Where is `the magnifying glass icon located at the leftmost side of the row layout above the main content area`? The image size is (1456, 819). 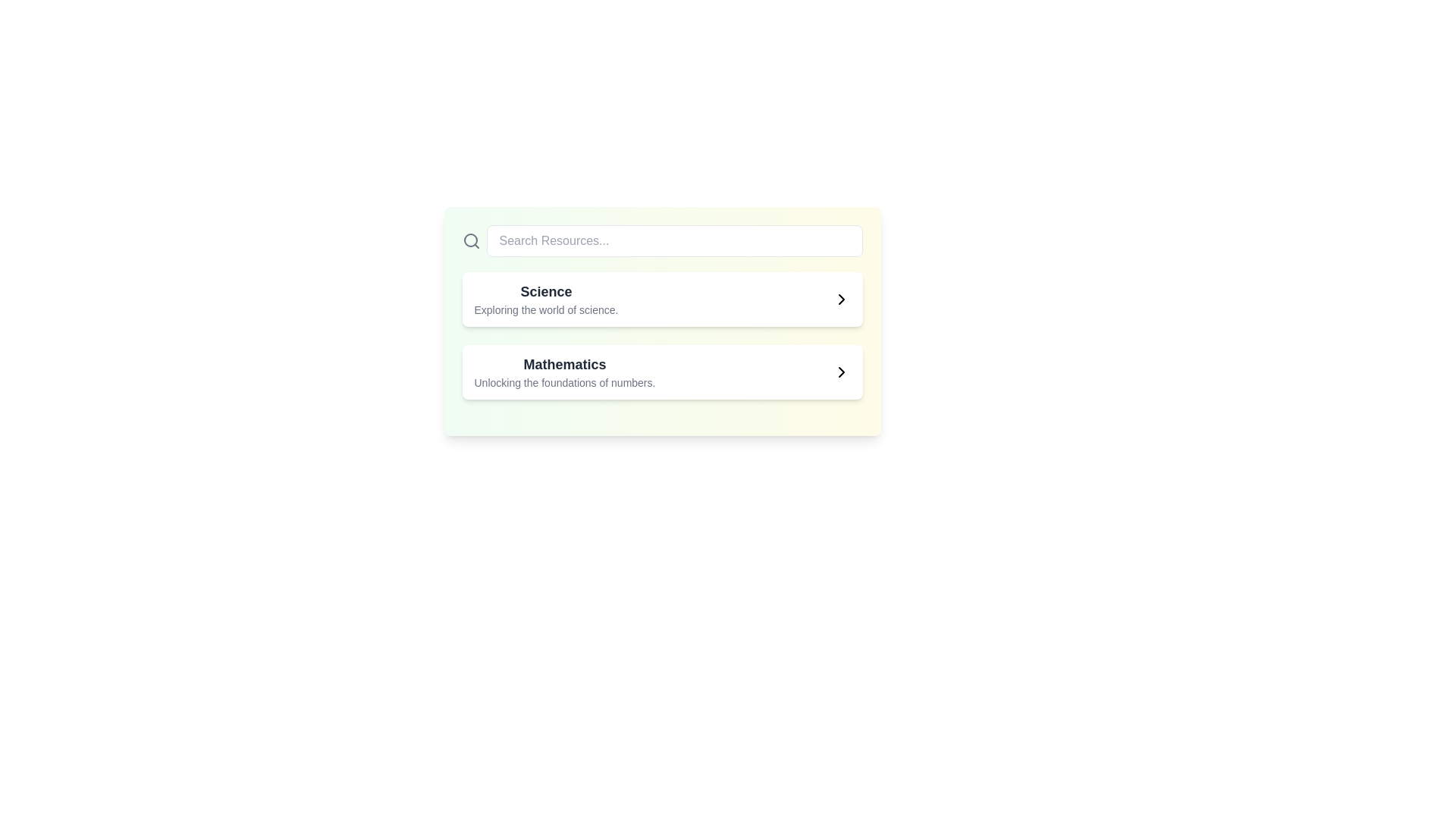 the magnifying glass icon located at the leftmost side of the row layout above the main content area is located at coordinates (470, 240).